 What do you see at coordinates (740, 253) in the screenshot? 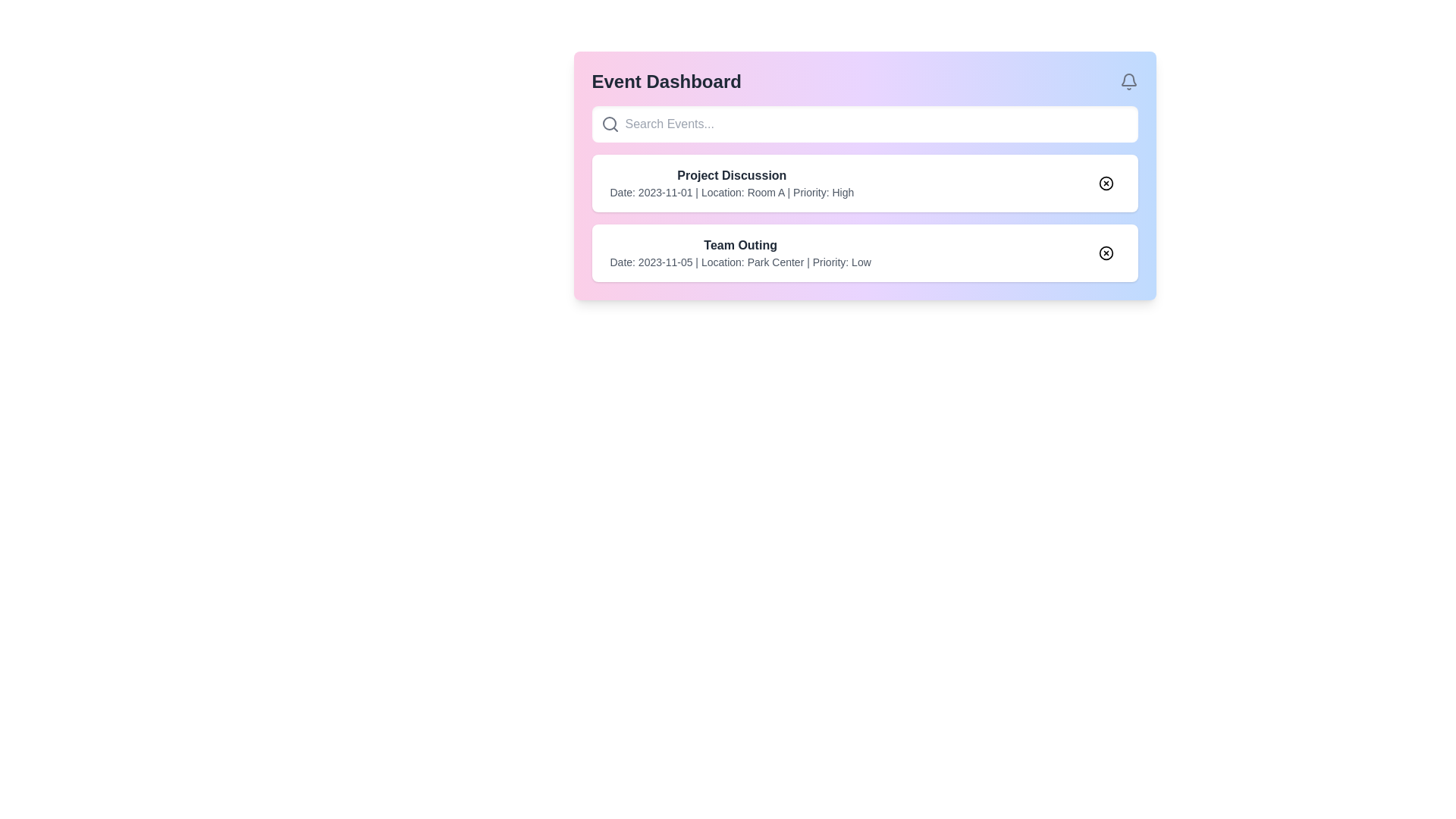
I see `the textual informational content block displaying the event overview titled 'Team Outing', which is the second entry in the event list under 'Event Dashboard'` at bounding box center [740, 253].